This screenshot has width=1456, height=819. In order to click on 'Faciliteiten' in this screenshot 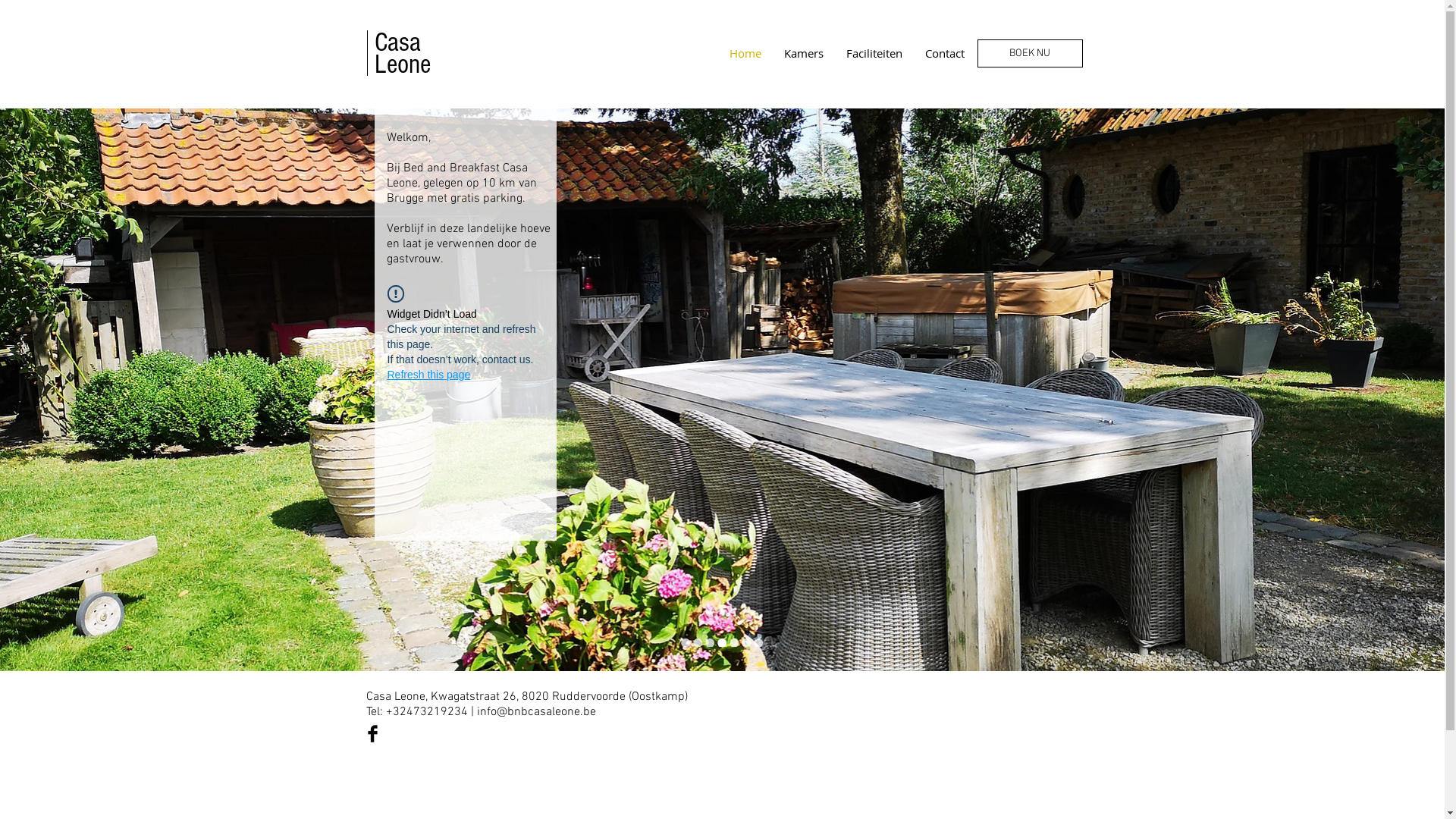, I will do `click(874, 52)`.